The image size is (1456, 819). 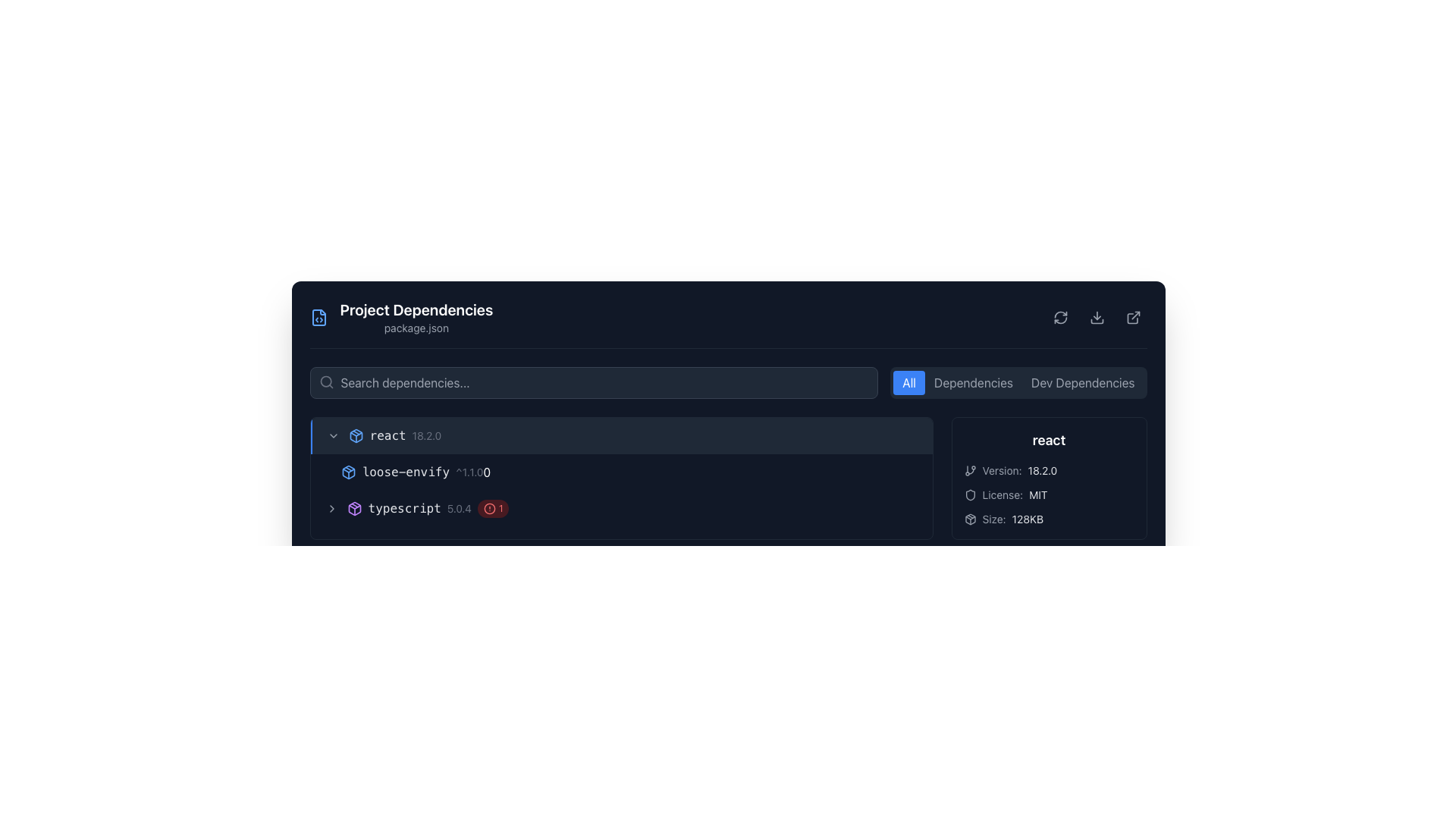 I want to click on the circular refresh arrow button located at the top-right corner of the interface's header section, so click(x=1059, y=317).